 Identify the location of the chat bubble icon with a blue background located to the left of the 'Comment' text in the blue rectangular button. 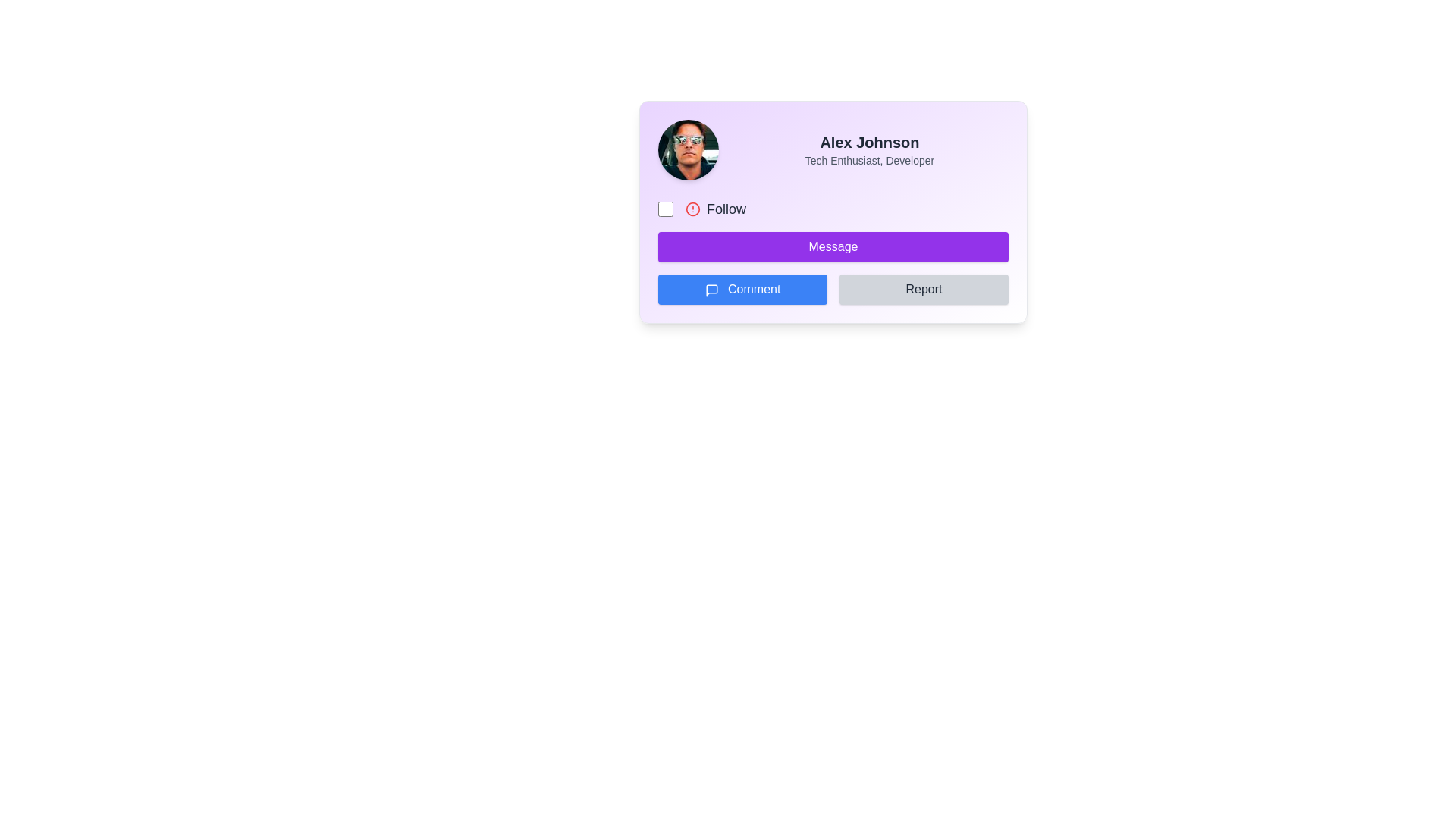
(711, 290).